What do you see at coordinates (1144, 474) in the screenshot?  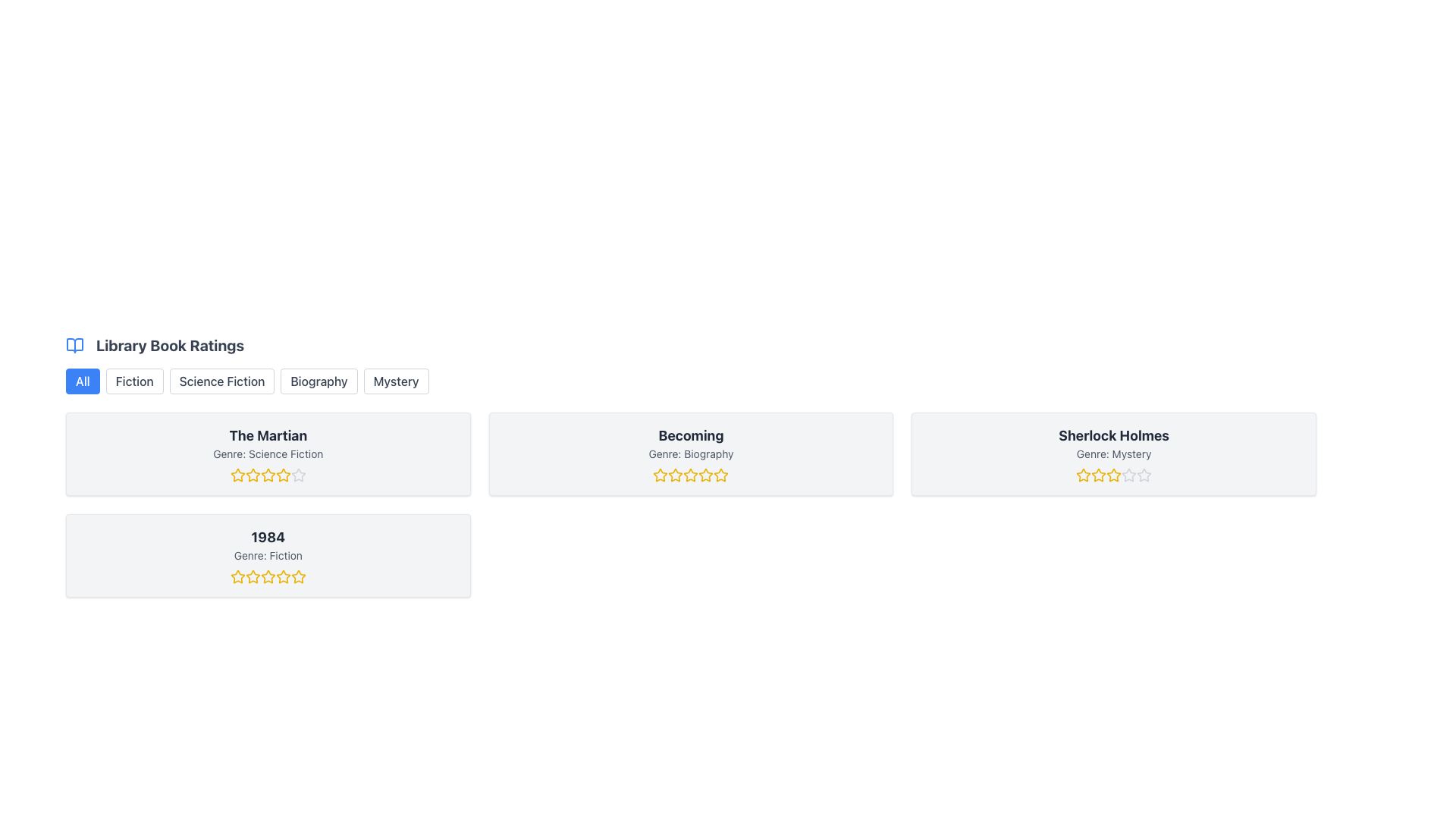 I see `the fourth star in the five-star rating system for the book 'Sherlock Holmes'` at bounding box center [1144, 474].